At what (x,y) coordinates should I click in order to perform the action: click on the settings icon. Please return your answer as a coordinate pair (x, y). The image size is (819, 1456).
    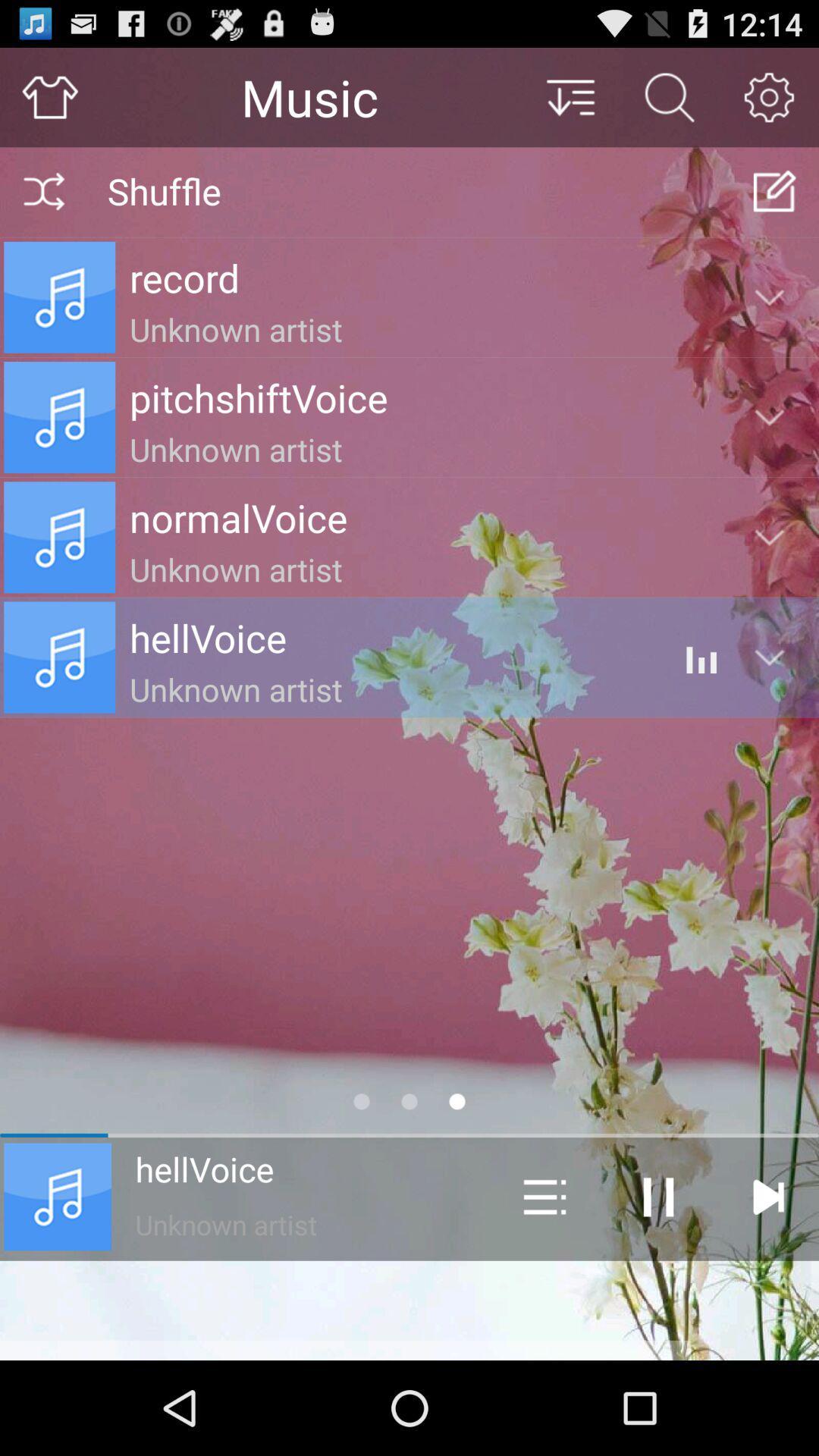
    Looking at the image, I should click on (769, 103).